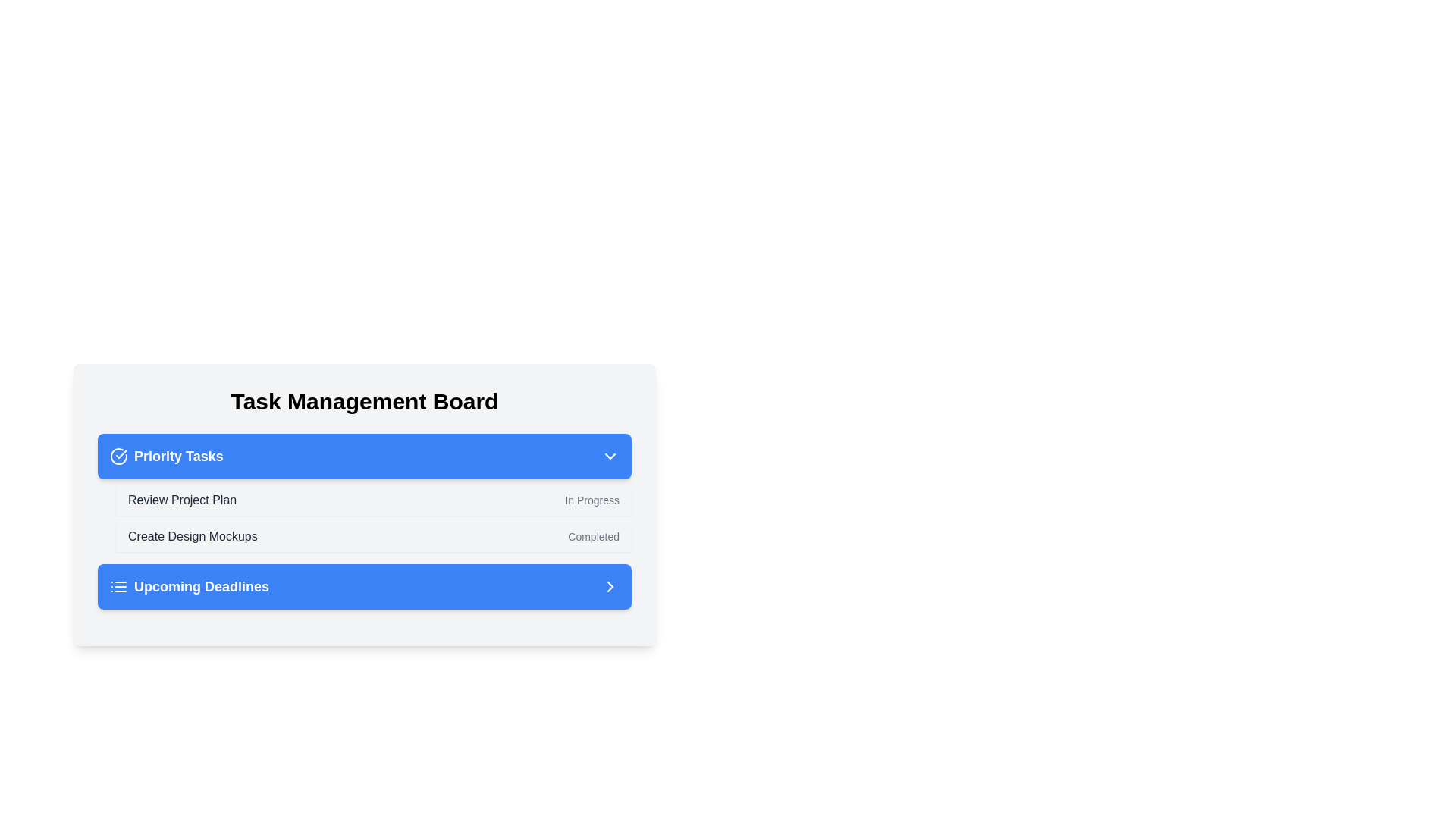 This screenshot has height=819, width=1456. What do you see at coordinates (201, 586) in the screenshot?
I see `text content of the 'Upcoming Deadlines' label located at the bottom of the 'Task Management Board' interface, positioned between a list icon and an arrow icon` at bounding box center [201, 586].